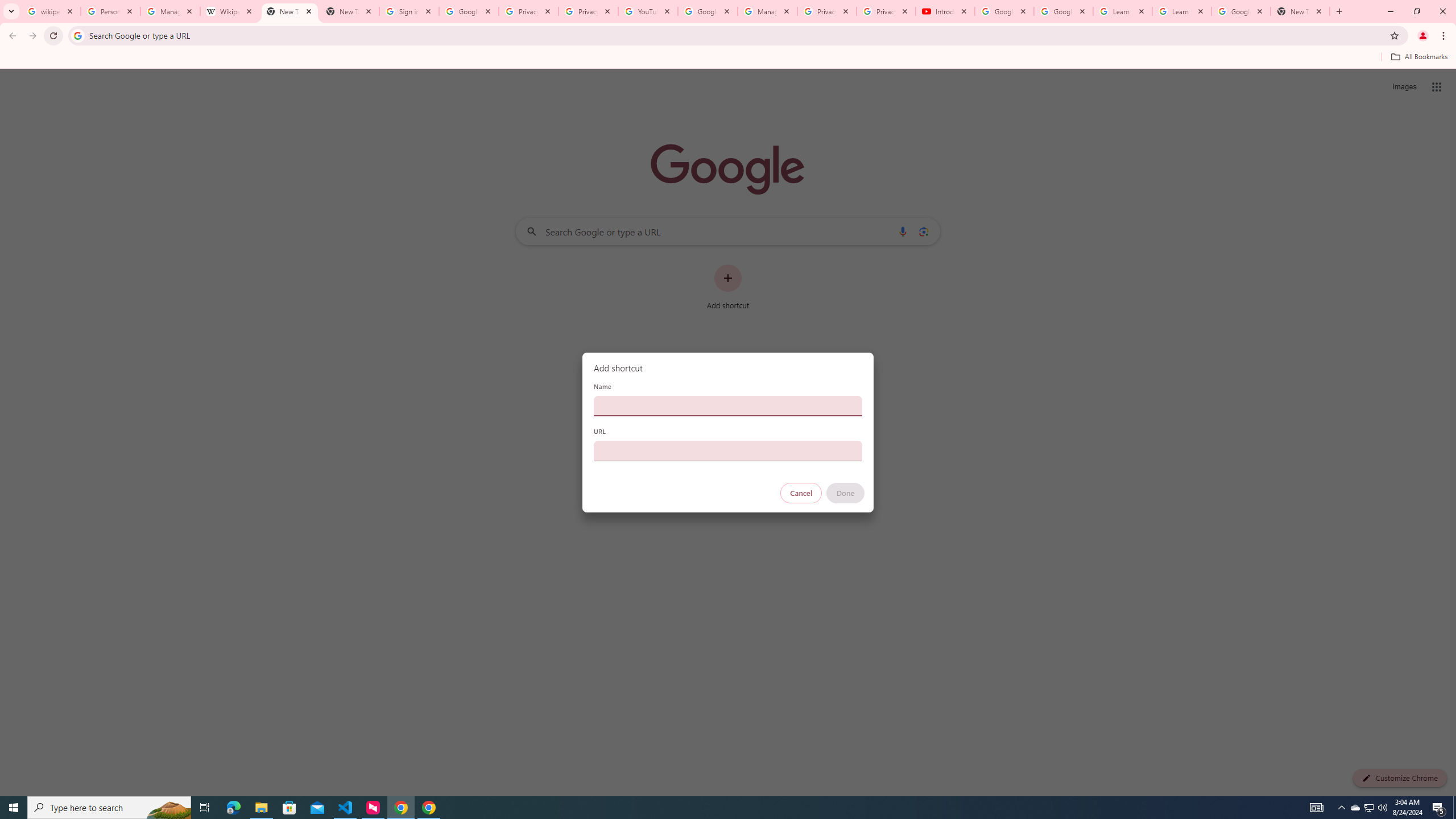 Image resolution: width=1456 pixels, height=819 pixels. Describe the element at coordinates (1240, 11) in the screenshot. I see `'Google Account'` at that location.